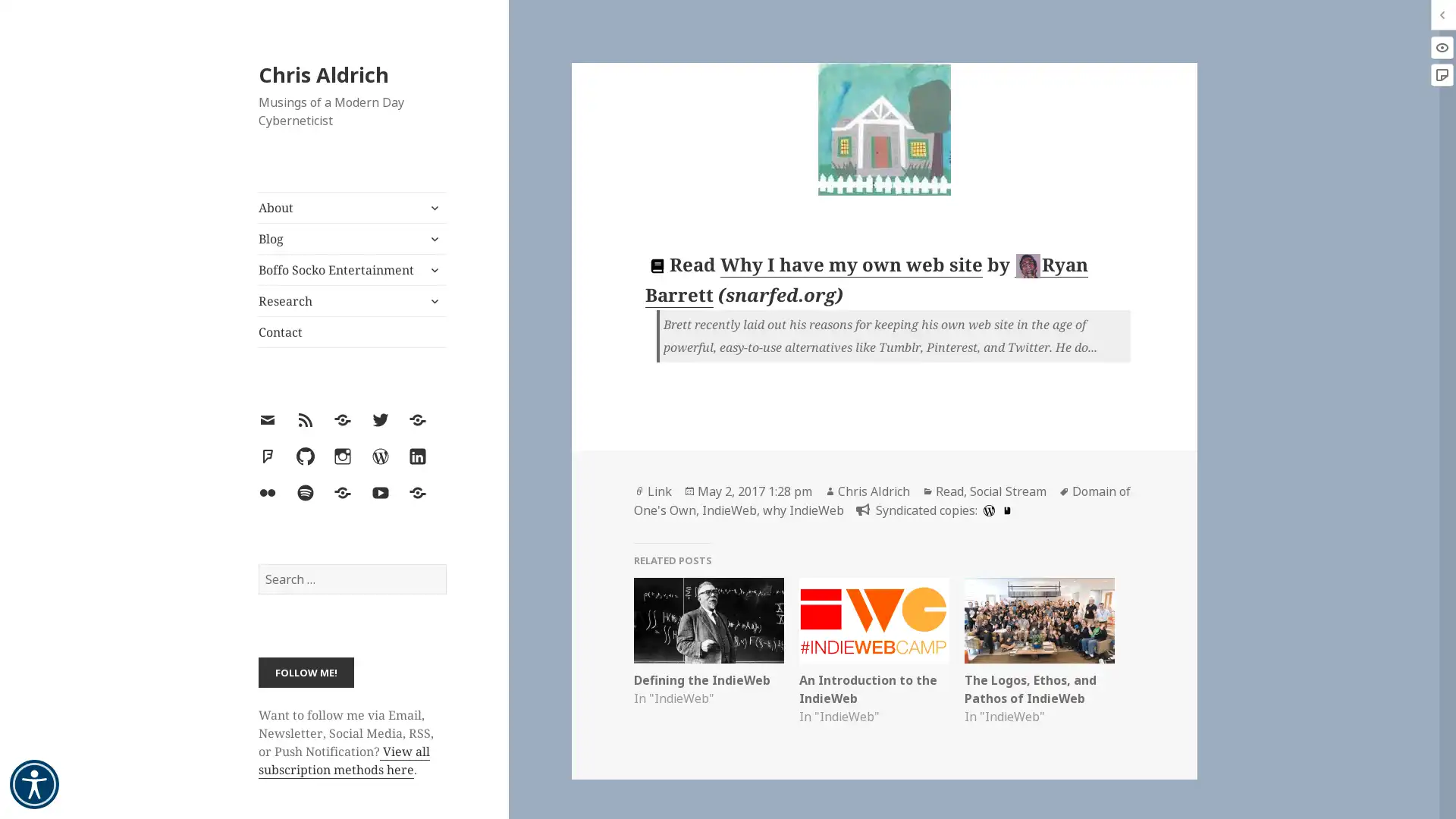  I want to click on expand child menu, so click(432, 268).